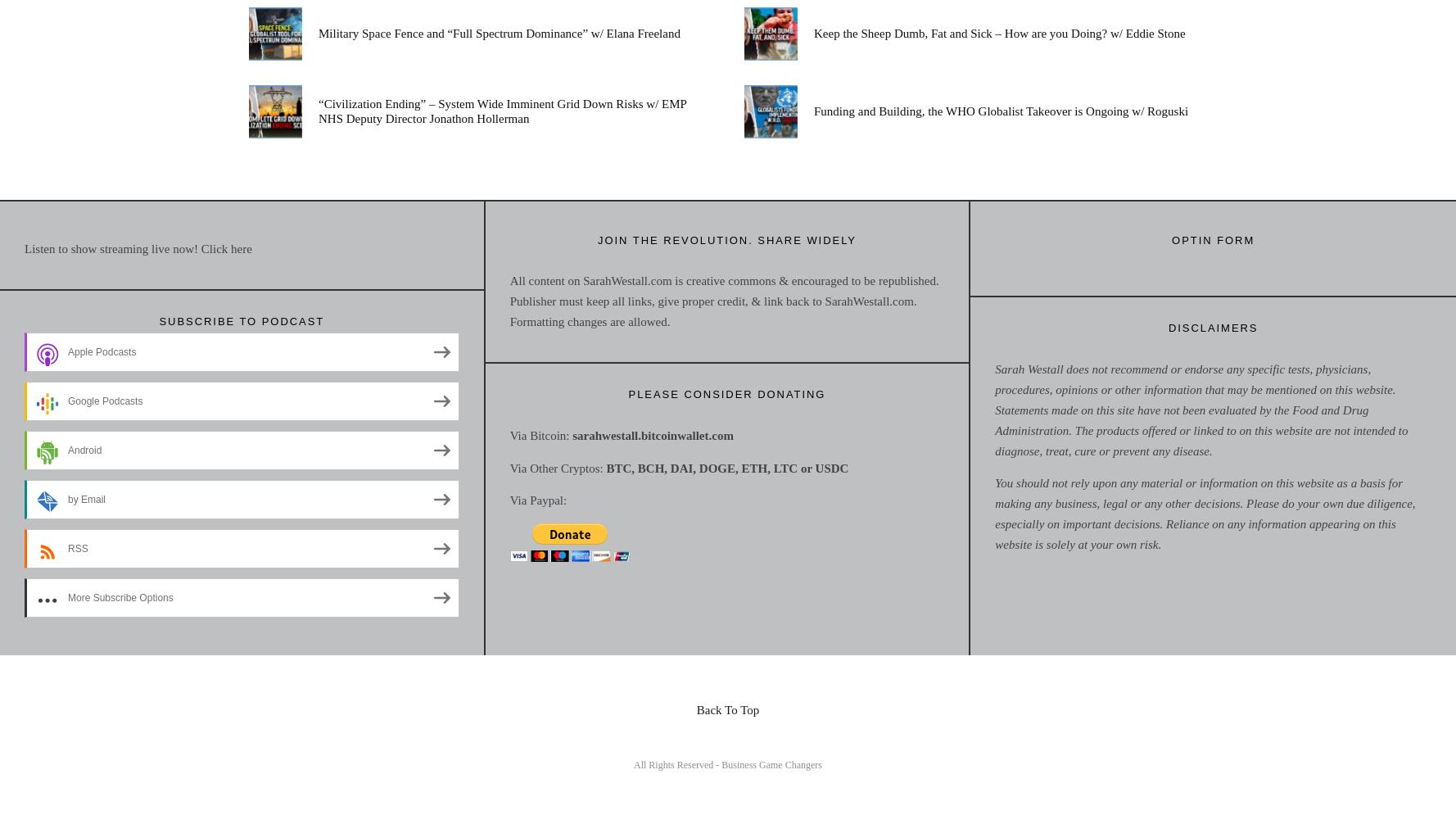  I want to click on 'Military Space Fence and “Full Spectrum Dominance” w/ Elana Freeland', so click(498, 32).